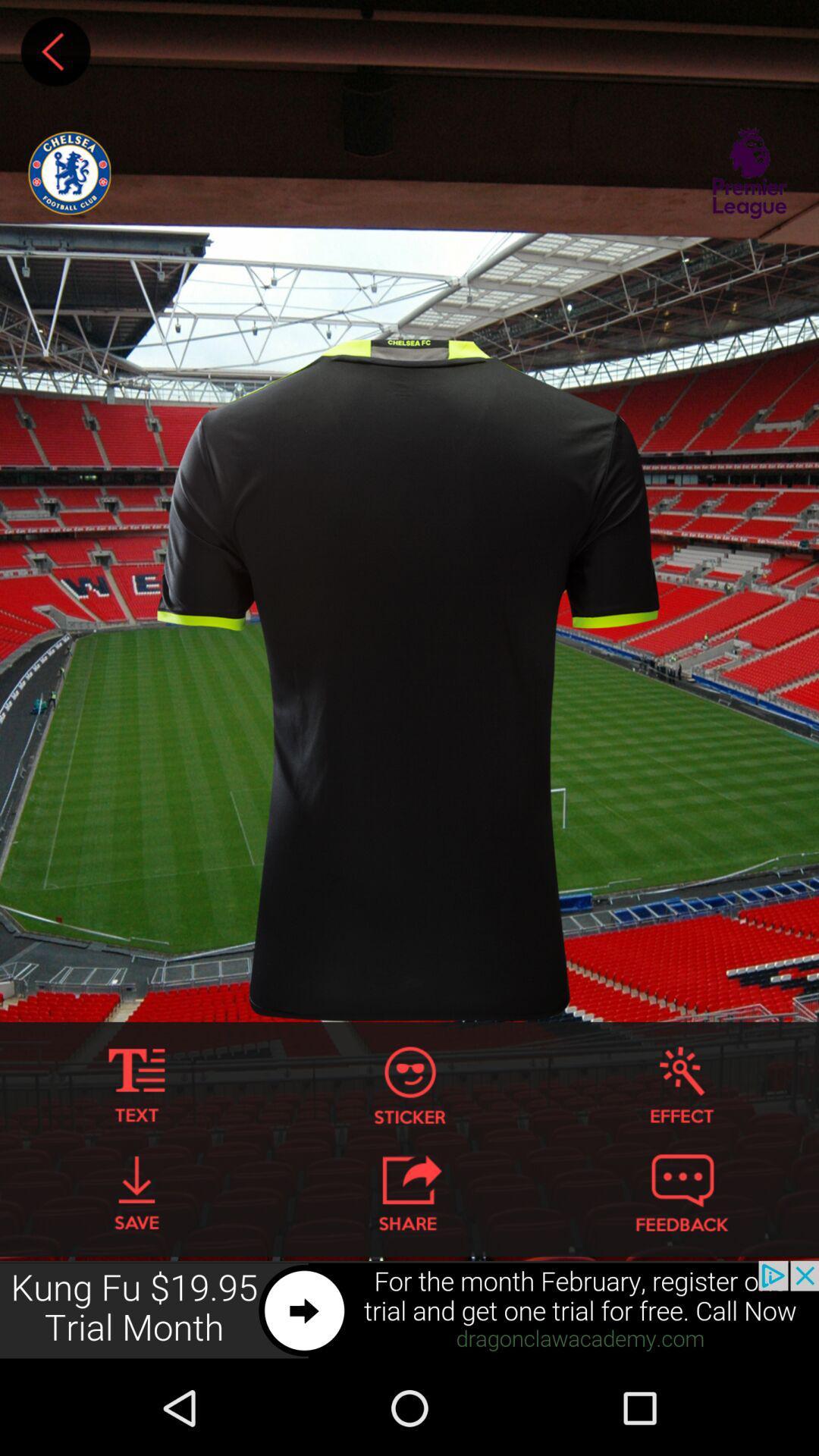 The width and height of the screenshot is (819, 1456). Describe the element at coordinates (136, 1084) in the screenshot. I see `text to shirt` at that location.